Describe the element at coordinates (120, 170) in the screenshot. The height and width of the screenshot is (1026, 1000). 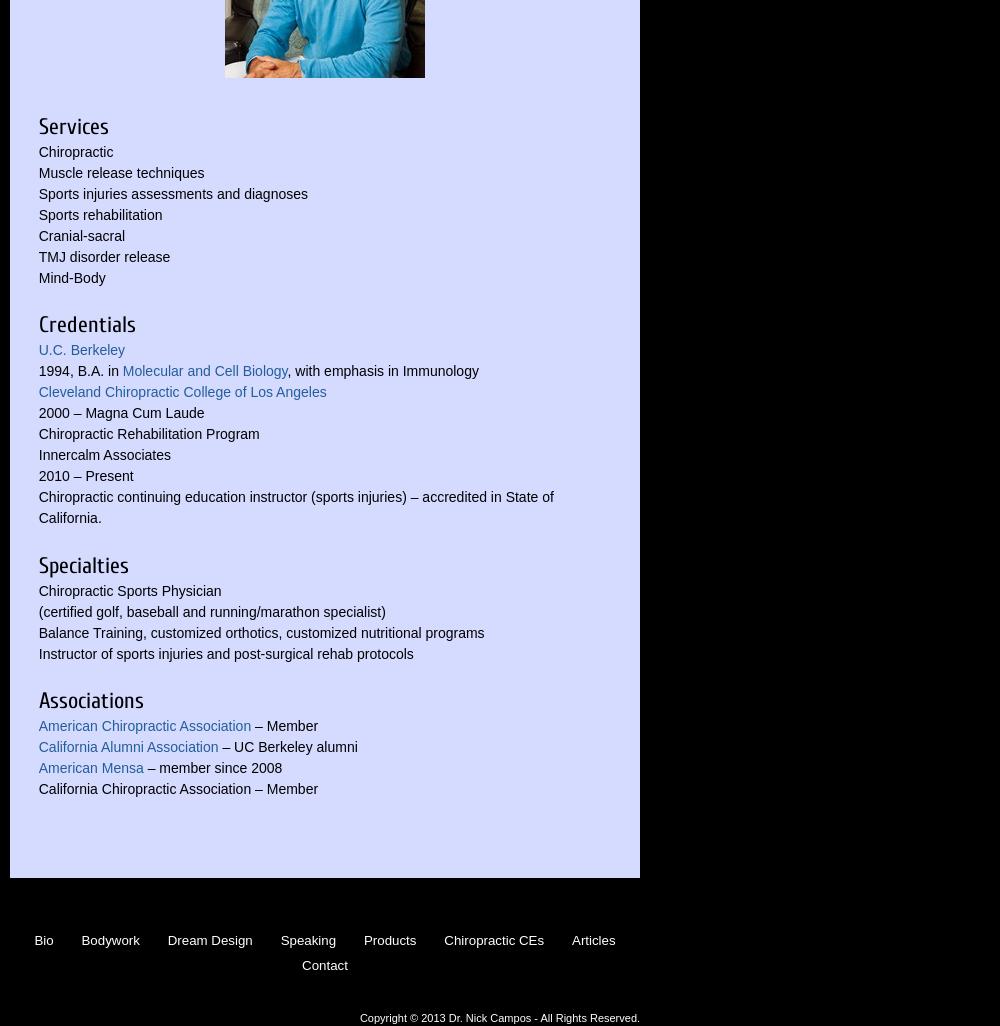
I see `'Muscle release techniques'` at that location.